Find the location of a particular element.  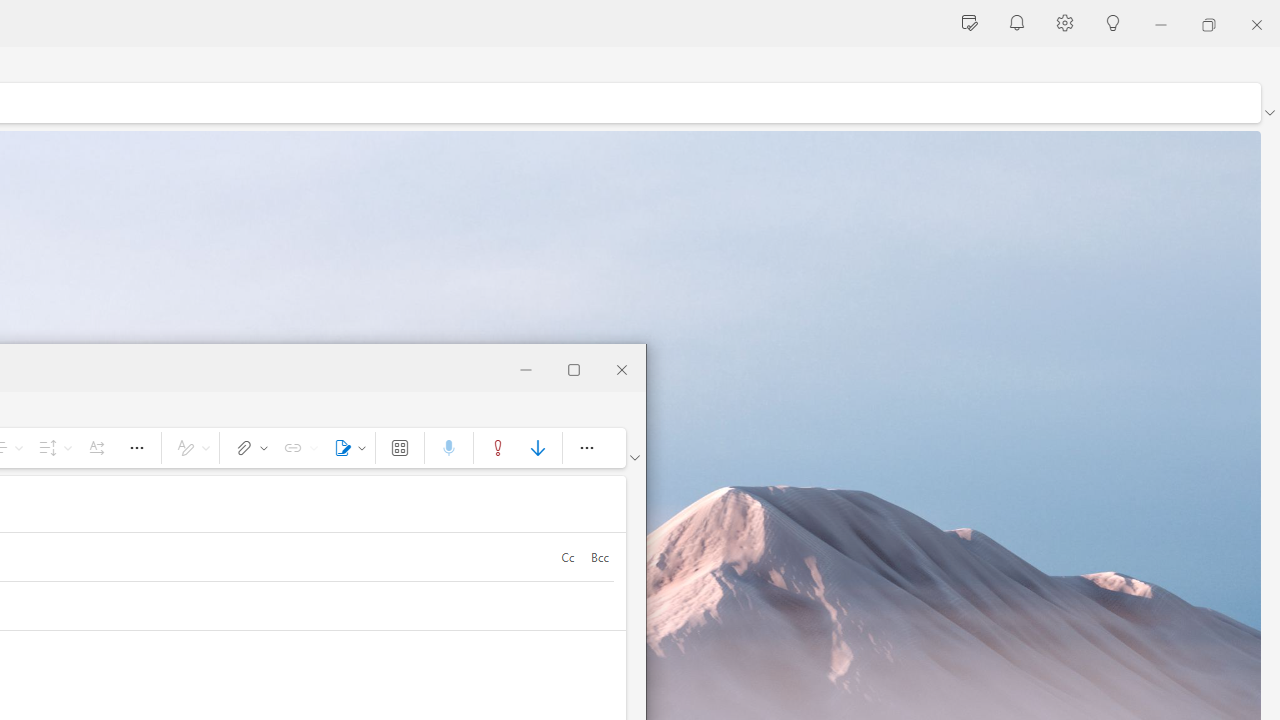

'Apps' is located at coordinates (400, 446).